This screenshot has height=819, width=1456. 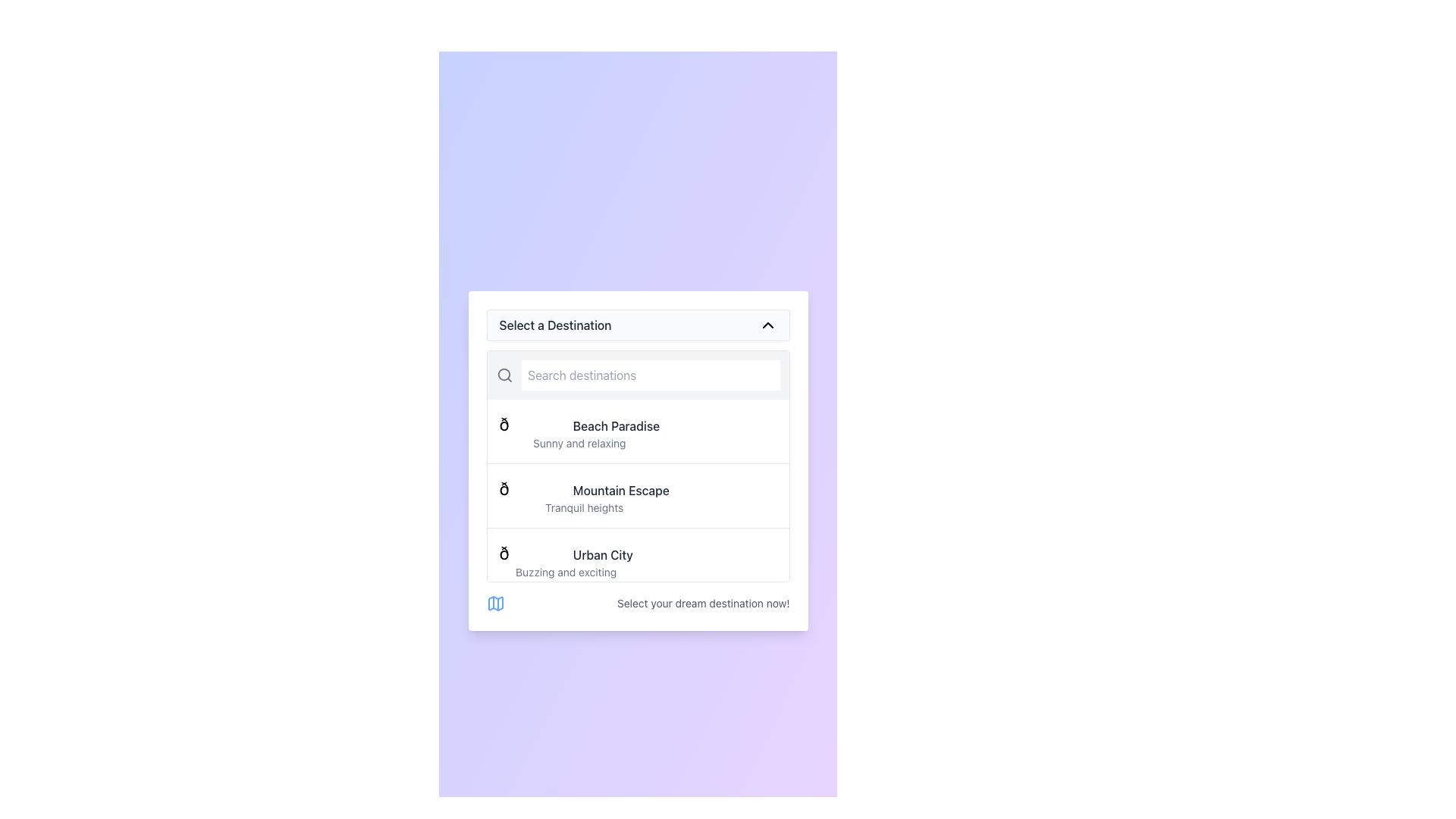 What do you see at coordinates (621, 491) in the screenshot?
I see `the 'Mountain Escape' text label` at bounding box center [621, 491].